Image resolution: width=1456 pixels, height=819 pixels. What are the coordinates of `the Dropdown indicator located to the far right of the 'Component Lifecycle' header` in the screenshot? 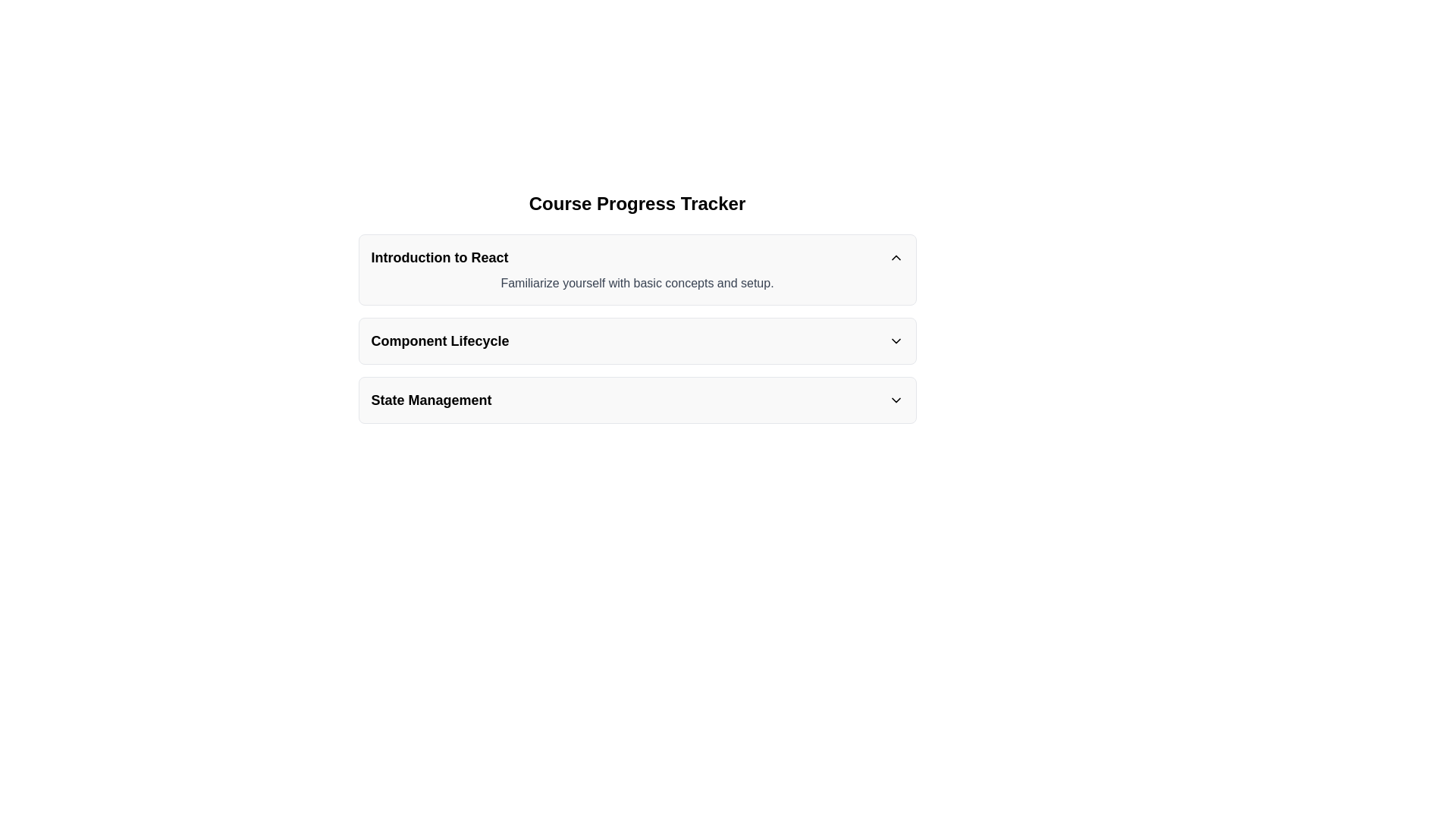 It's located at (896, 341).